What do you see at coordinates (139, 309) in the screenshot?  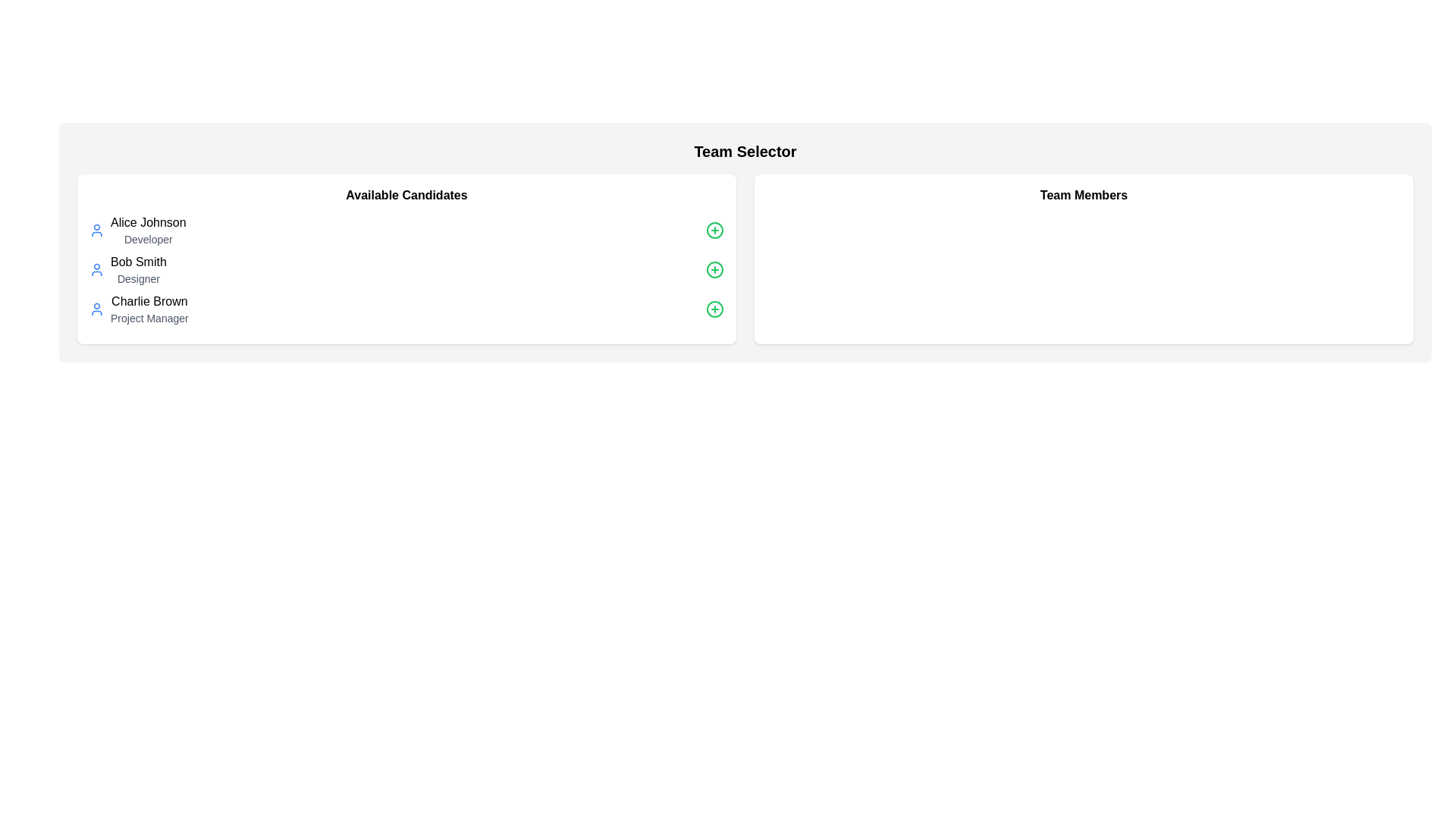 I see `to select the candidate named 'Charlie Brown', who is a 'Project Manager', located as the third entry in the 'Available Candidates' section of the left panel` at bounding box center [139, 309].